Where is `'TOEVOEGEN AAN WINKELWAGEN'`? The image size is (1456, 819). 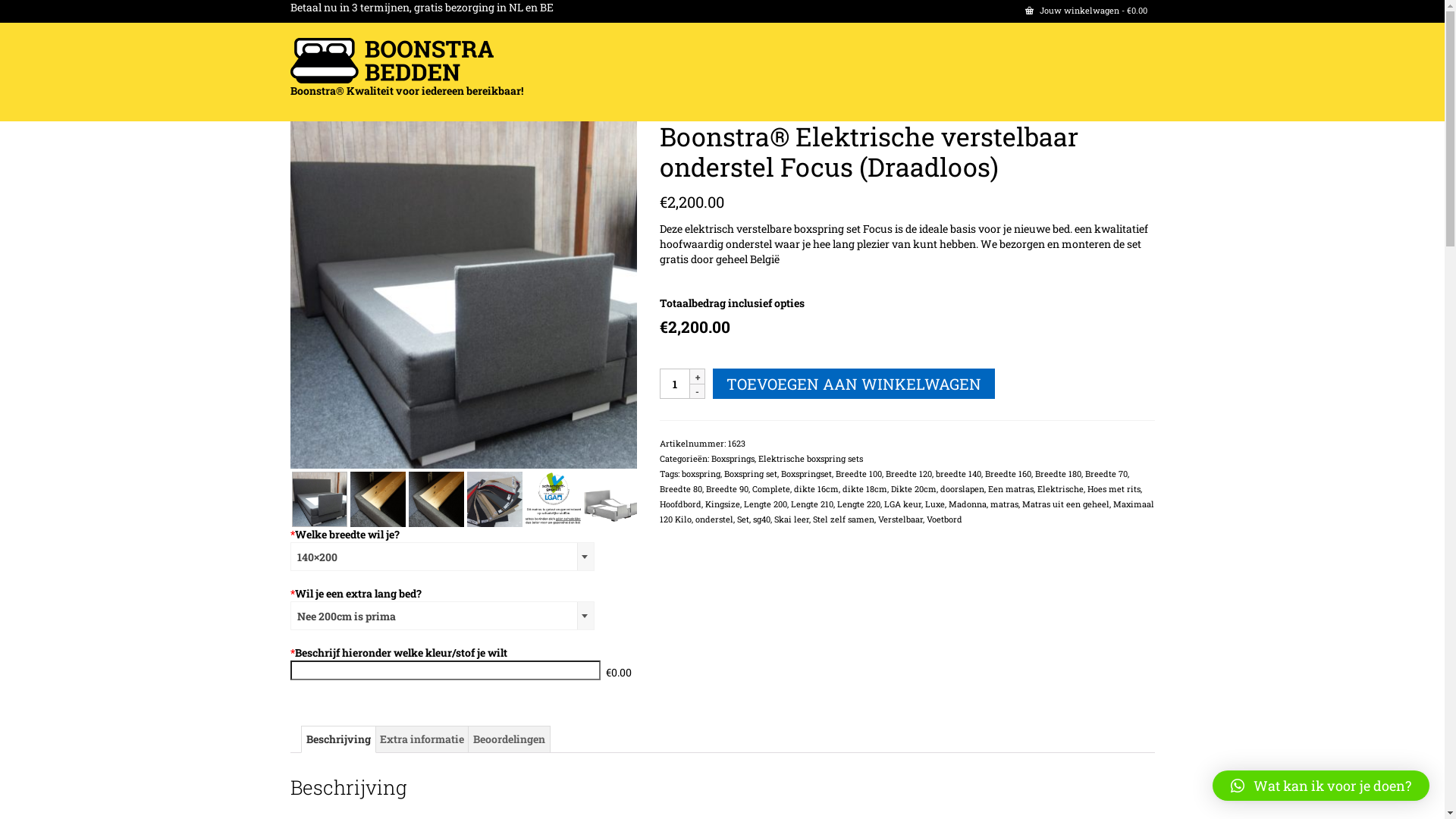
'TOEVOEGEN AAN WINKELWAGEN' is located at coordinates (854, 382).